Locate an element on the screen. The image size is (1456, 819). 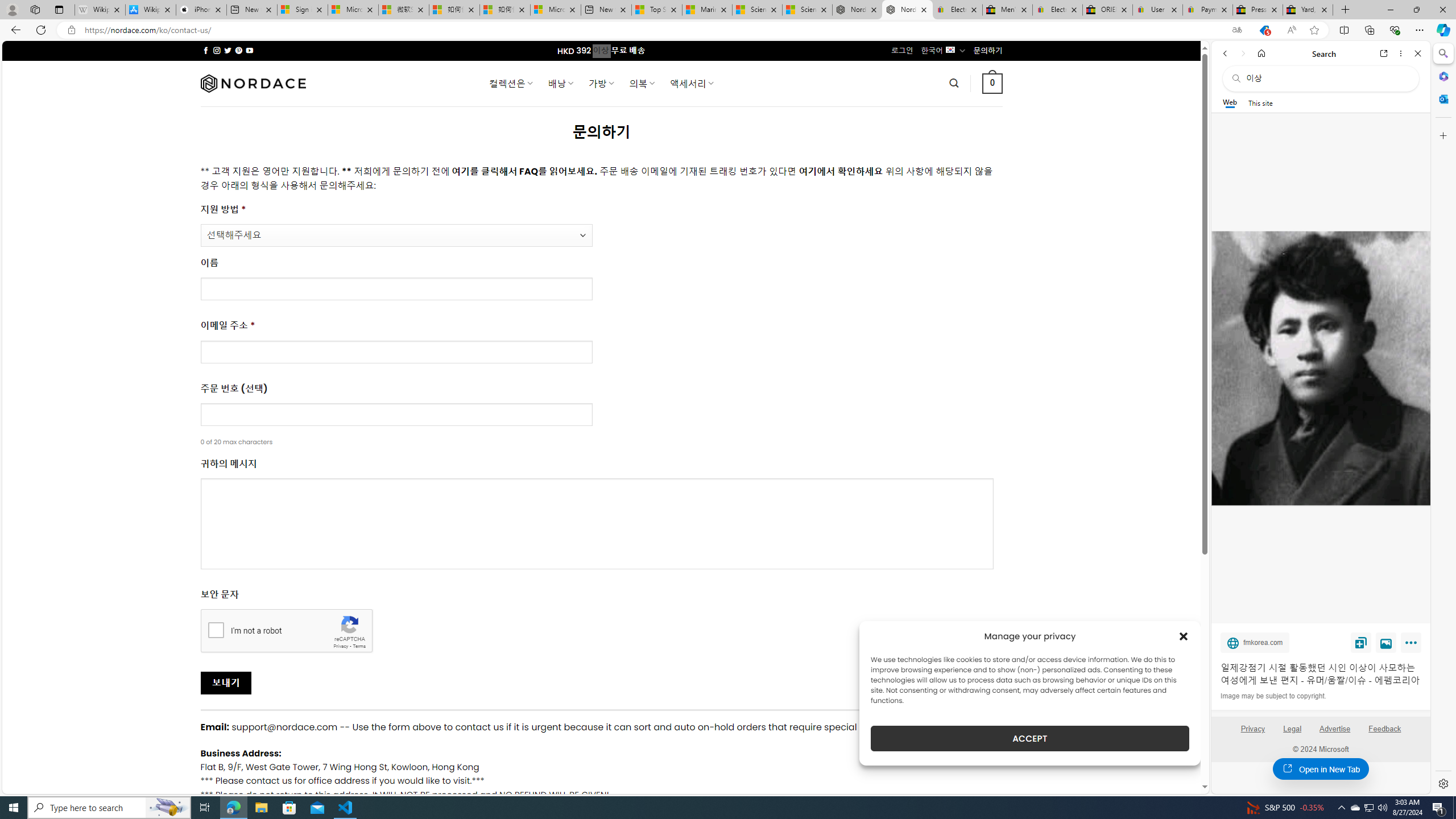
'Wikipedia - Sleeping' is located at coordinates (100, 9).